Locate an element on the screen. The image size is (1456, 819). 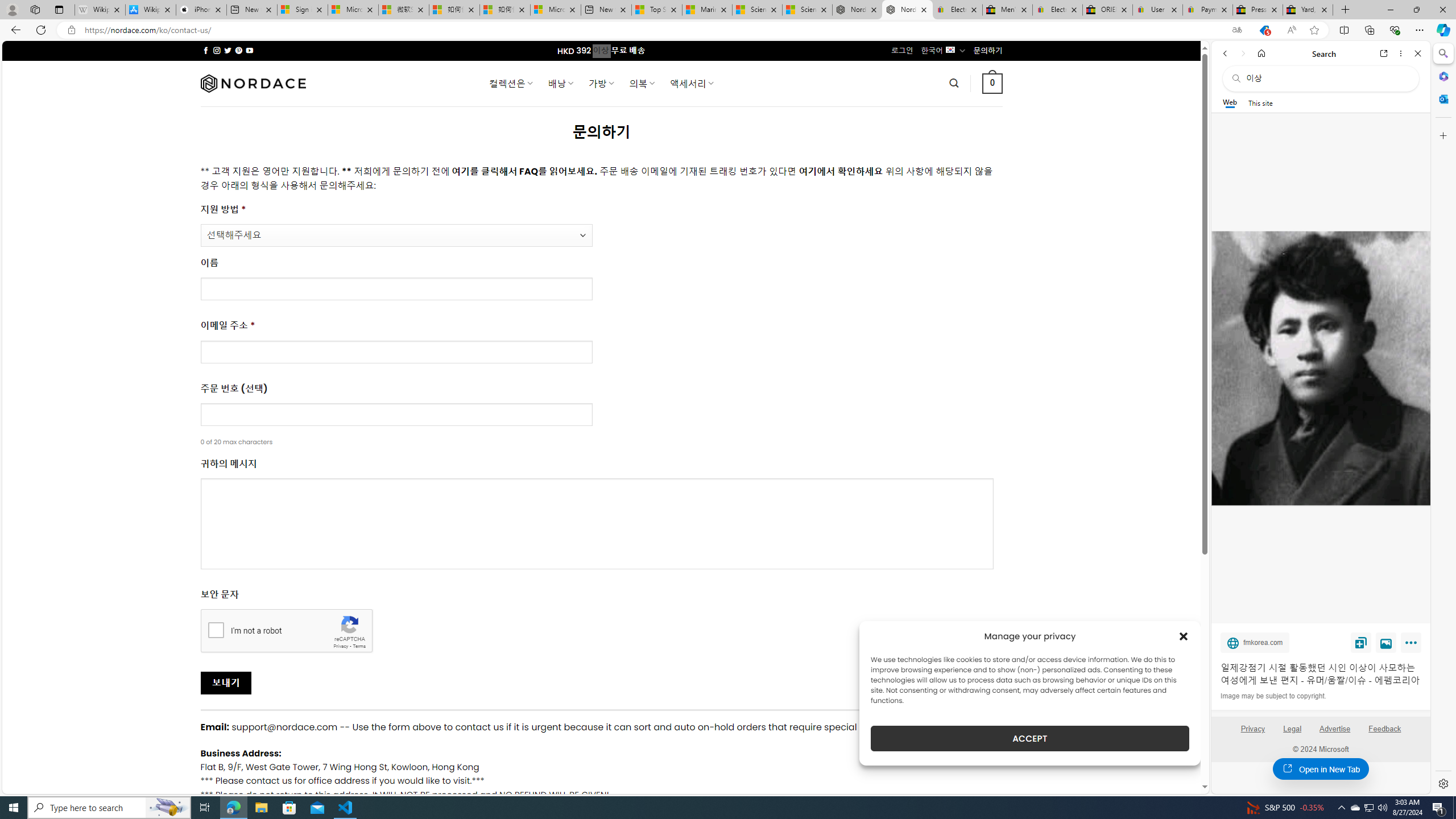
'Wikipedia - Sleeping' is located at coordinates (100, 9).